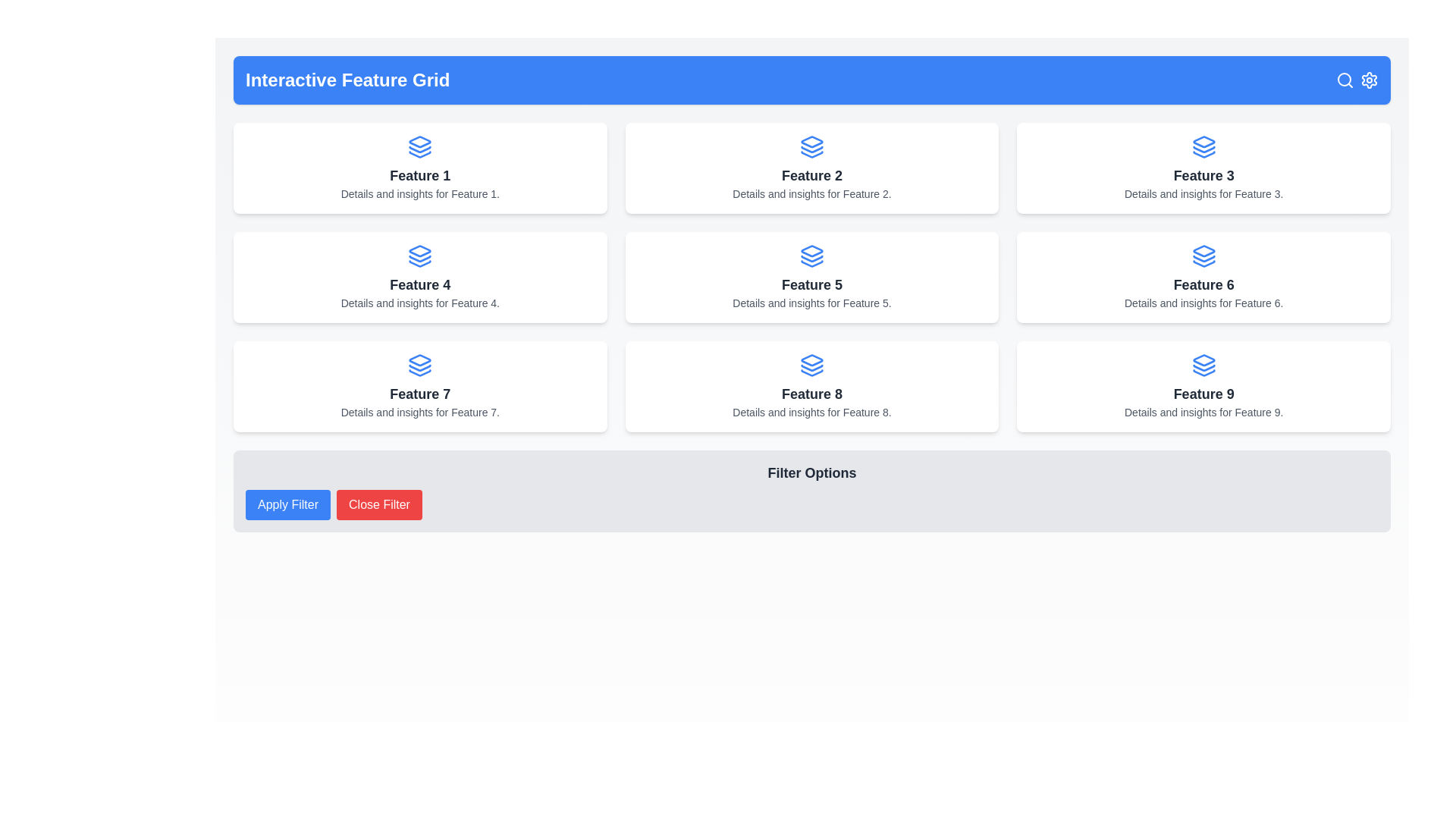 This screenshot has height=819, width=1456. I want to click on the blue triangular icon representing Feature 8, located in the third column below the top section, so click(811, 360).